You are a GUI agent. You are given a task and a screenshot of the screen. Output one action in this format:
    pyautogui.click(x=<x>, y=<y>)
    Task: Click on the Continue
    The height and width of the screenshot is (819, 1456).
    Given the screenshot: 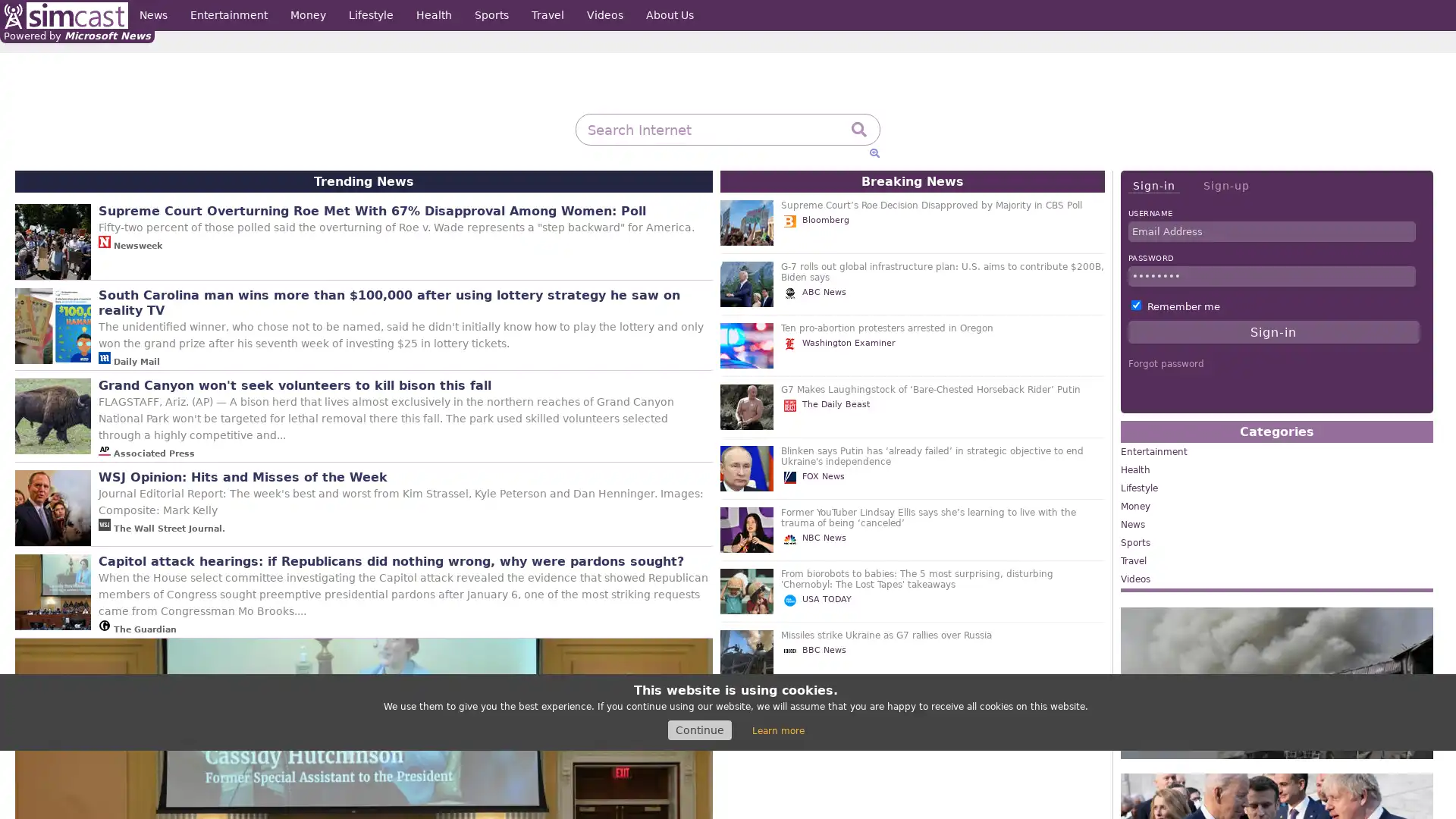 What is the action you would take?
    pyautogui.click(x=698, y=730)
    